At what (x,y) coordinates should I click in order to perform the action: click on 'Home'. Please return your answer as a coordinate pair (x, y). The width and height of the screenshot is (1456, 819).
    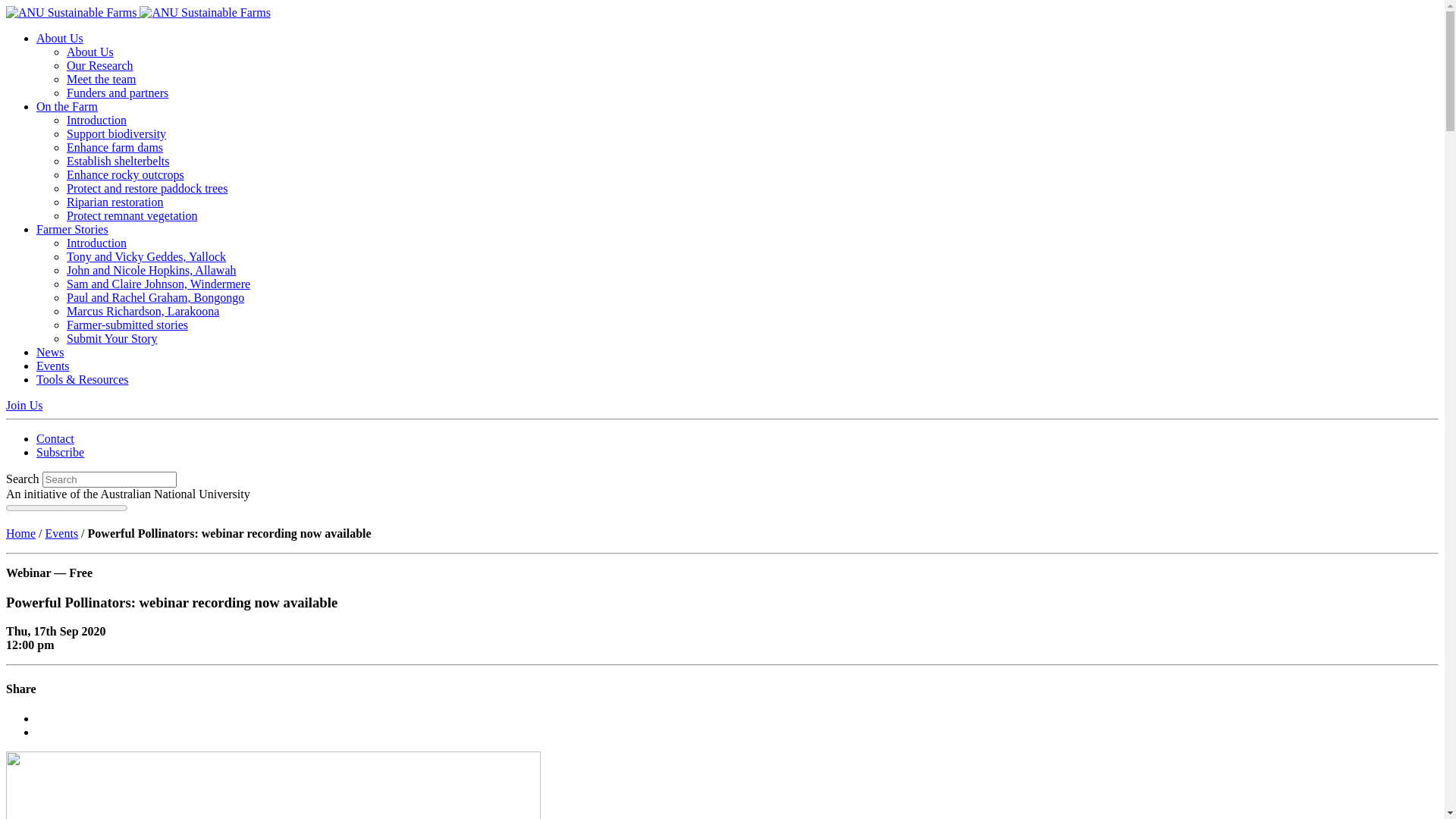
    Looking at the image, I should click on (20, 532).